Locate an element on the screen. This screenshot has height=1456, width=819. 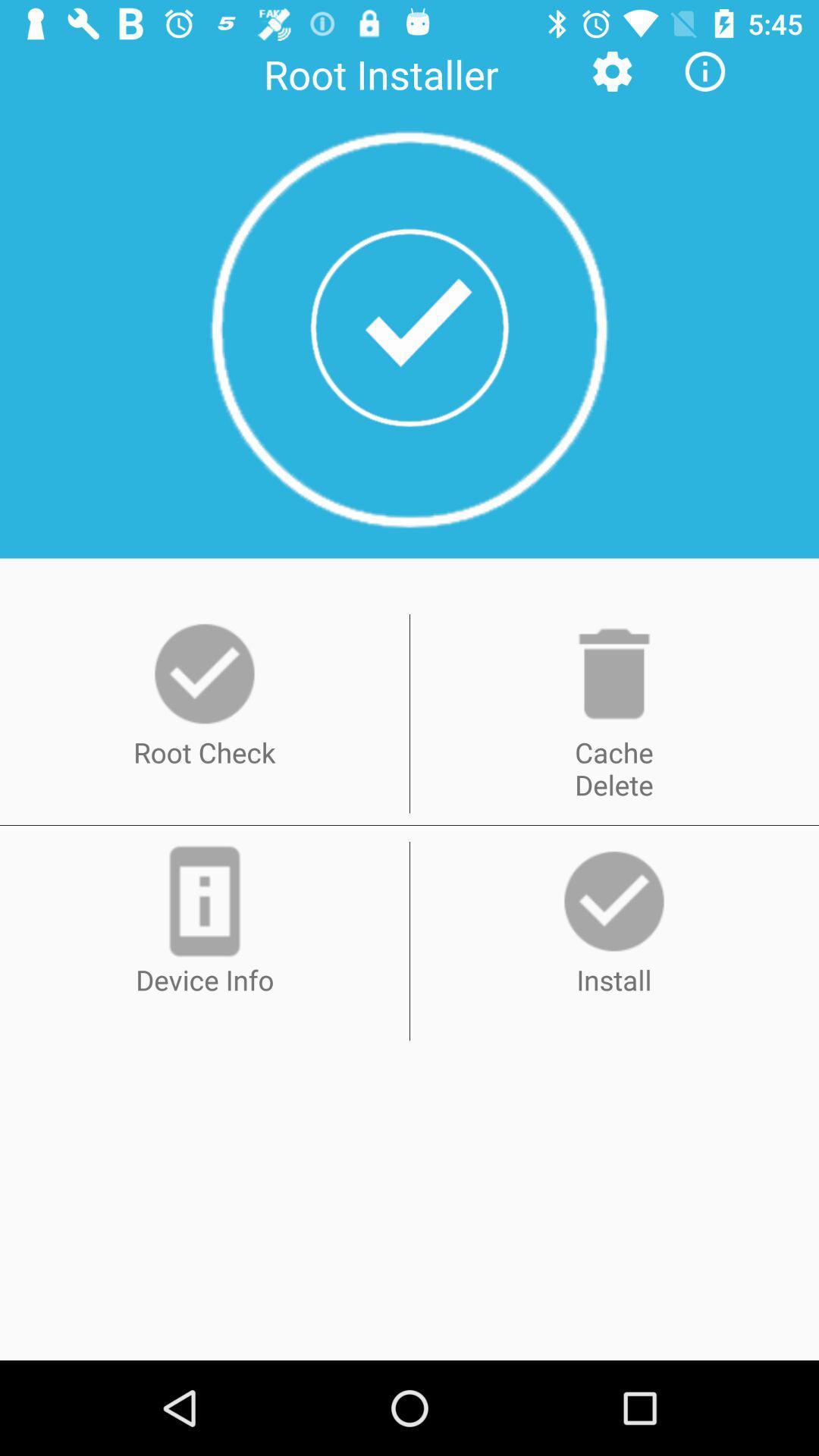
the option beside install is located at coordinates (205, 902).